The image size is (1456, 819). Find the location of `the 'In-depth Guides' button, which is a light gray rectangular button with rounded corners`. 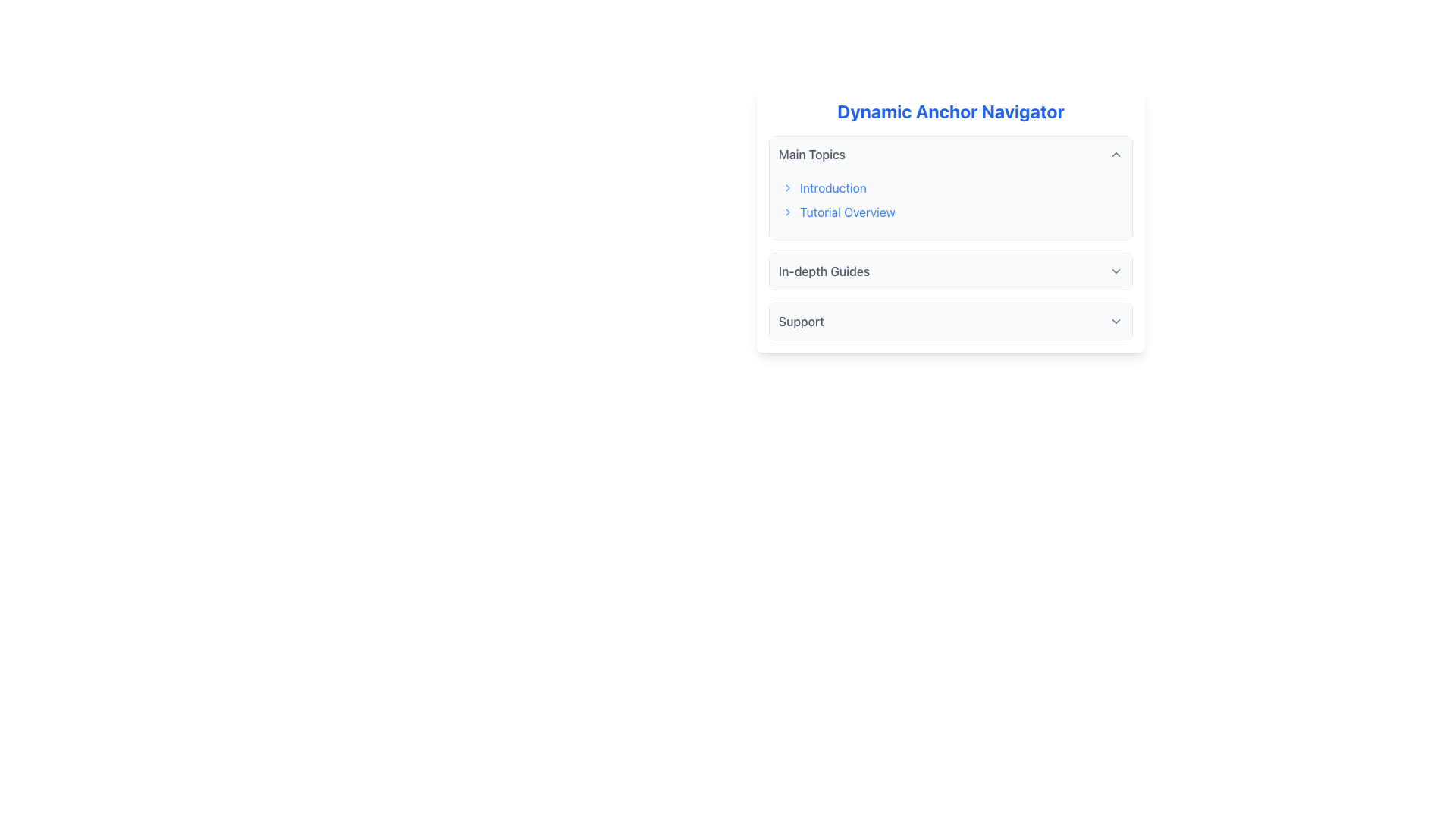

the 'In-depth Guides' button, which is a light gray rectangular button with rounded corners is located at coordinates (949, 271).